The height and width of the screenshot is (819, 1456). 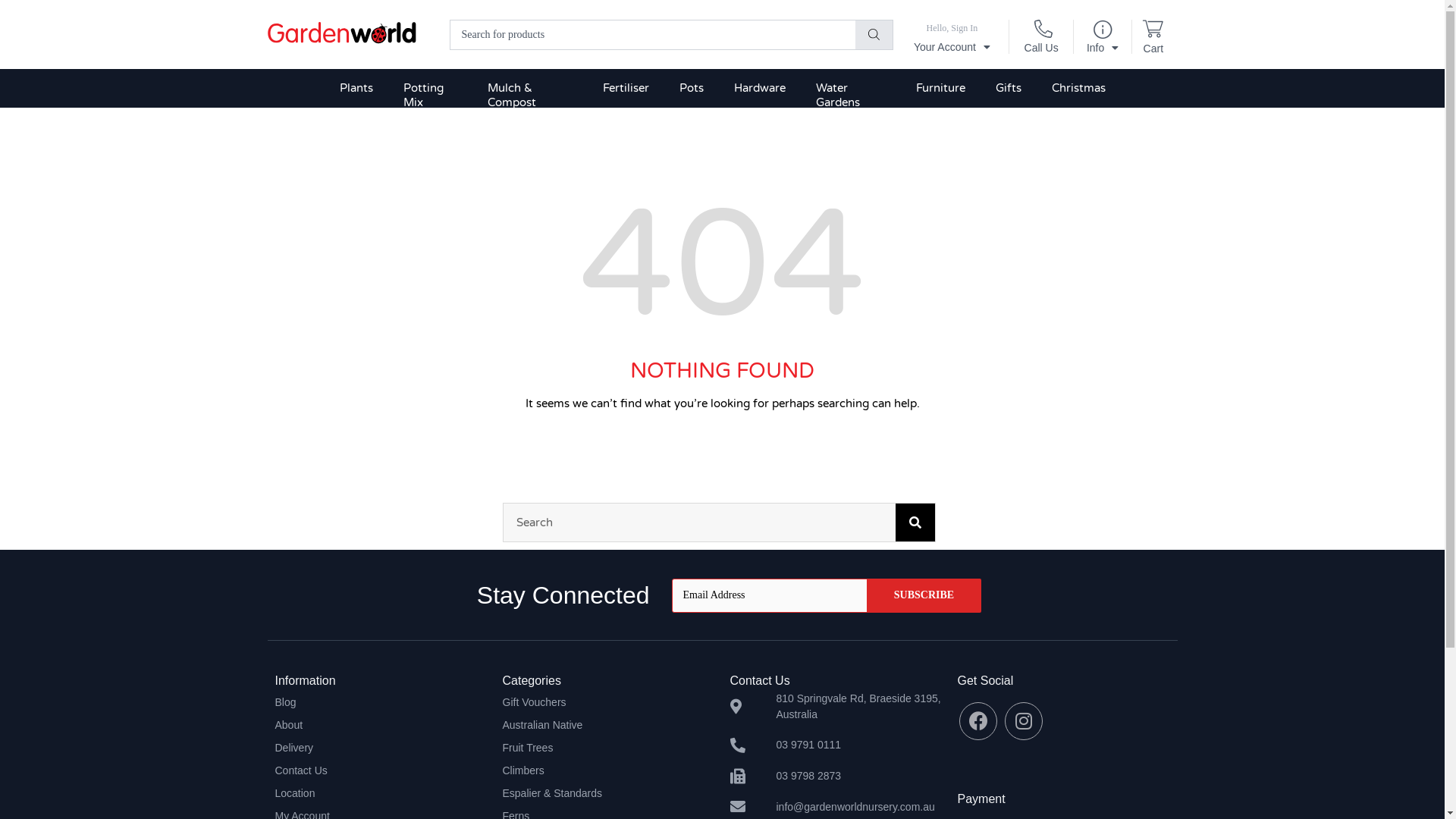 What do you see at coordinates (924, 595) in the screenshot?
I see `'SUBSCRIBE'` at bounding box center [924, 595].